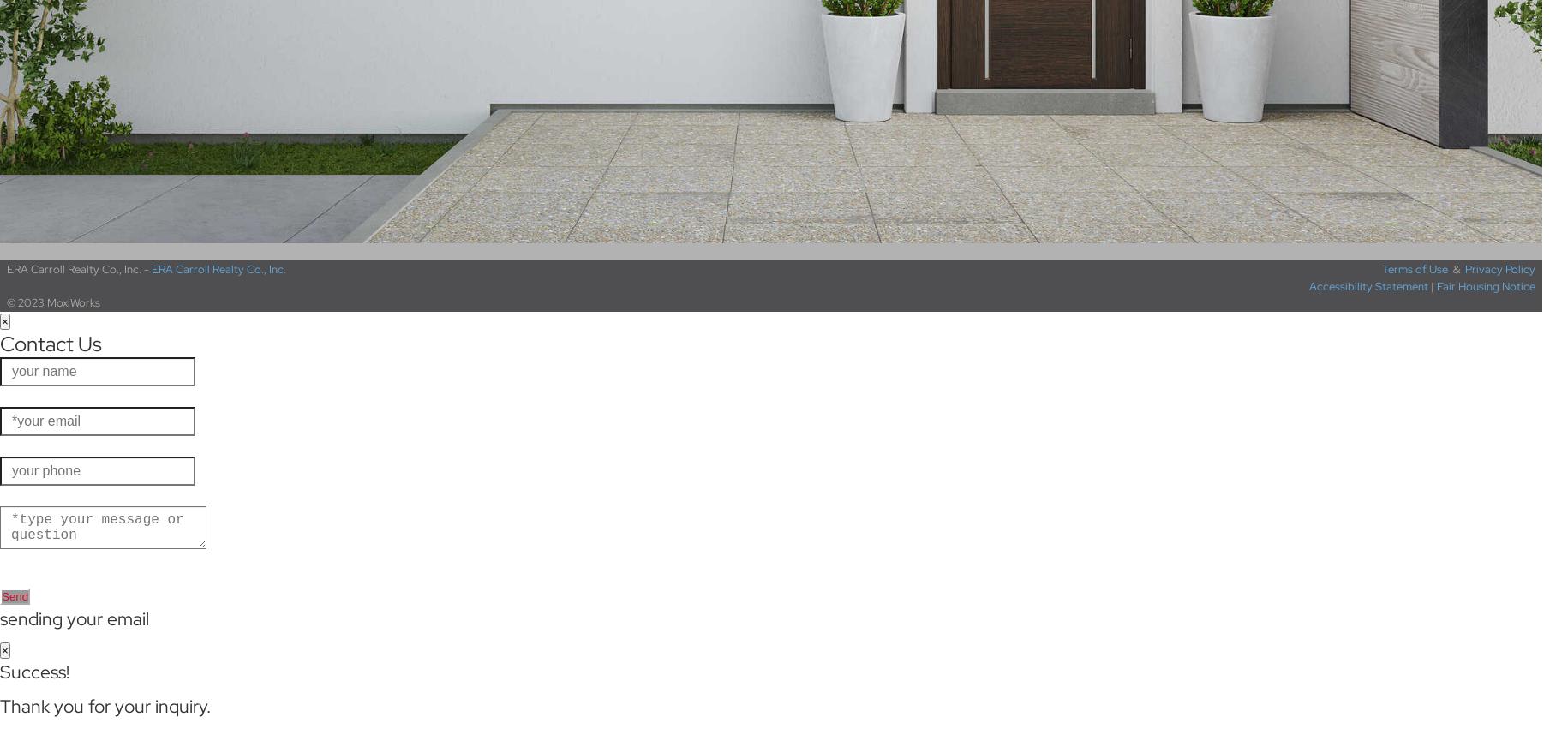  What do you see at coordinates (1484, 284) in the screenshot?
I see `'Fair Housing Notice'` at bounding box center [1484, 284].